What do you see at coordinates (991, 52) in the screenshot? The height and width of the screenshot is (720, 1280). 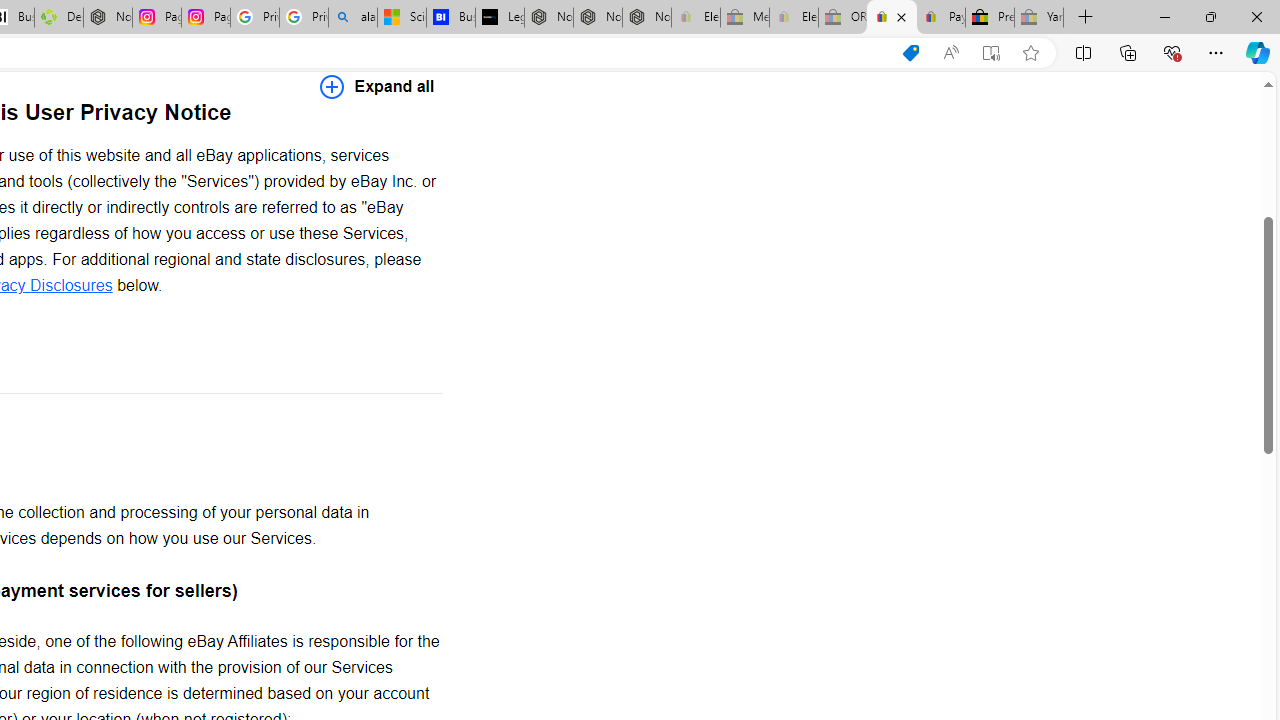 I see `'Enter Immersive Reader (F9)'` at bounding box center [991, 52].